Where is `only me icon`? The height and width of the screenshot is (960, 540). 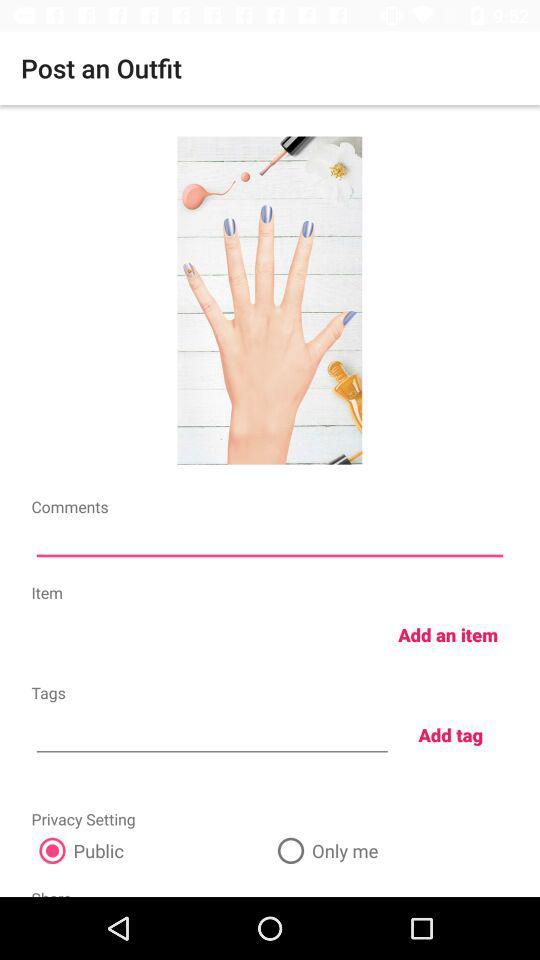 only me icon is located at coordinates (389, 849).